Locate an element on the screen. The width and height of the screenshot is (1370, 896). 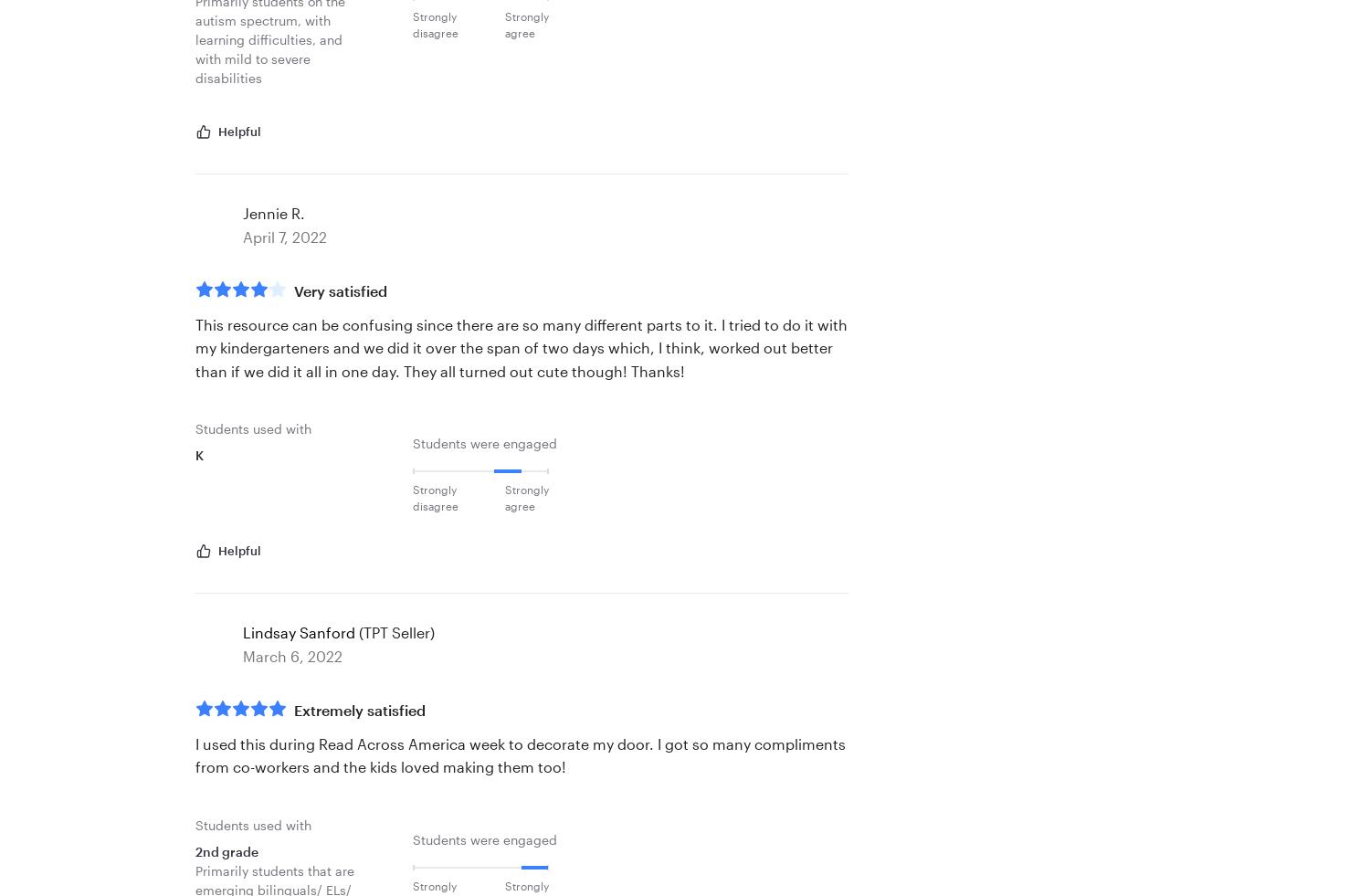
'K' is located at coordinates (195, 455).